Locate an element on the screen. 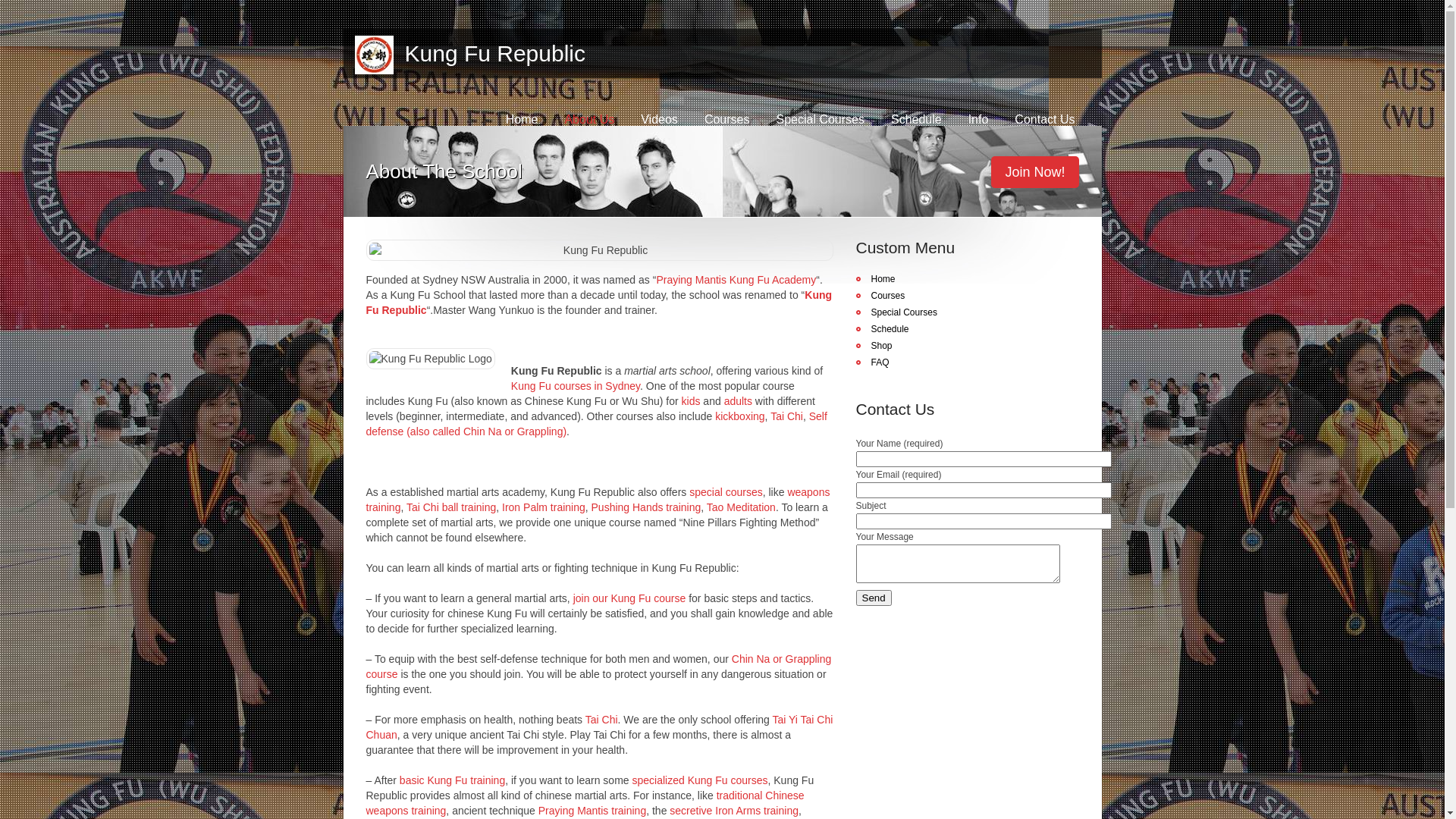 The width and height of the screenshot is (1456, 819). 'Home' is located at coordinates (522, 118).